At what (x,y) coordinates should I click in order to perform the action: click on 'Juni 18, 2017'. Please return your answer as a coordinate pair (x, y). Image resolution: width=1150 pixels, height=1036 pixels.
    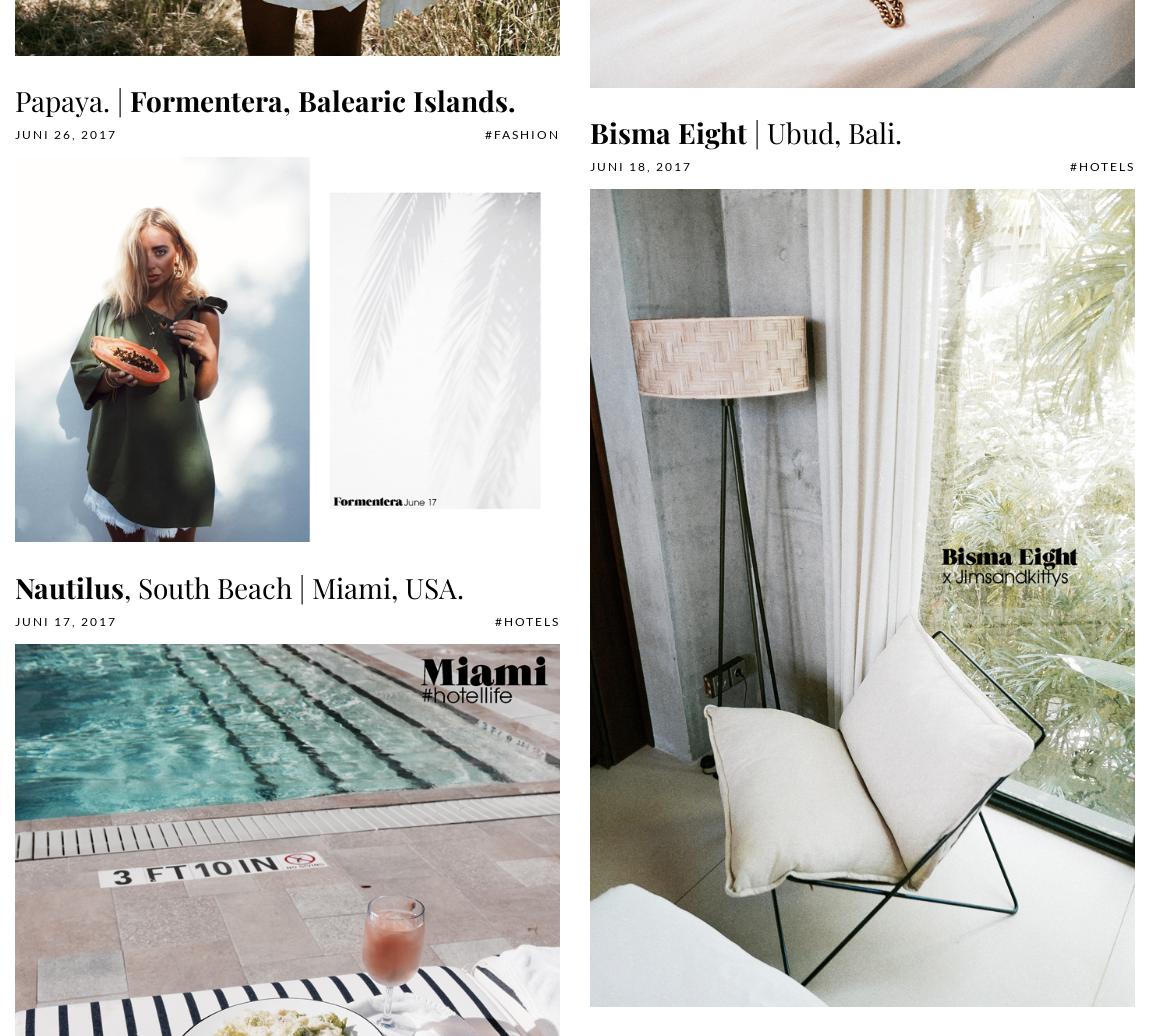
    Looking at the image, I should click on (640, 166).